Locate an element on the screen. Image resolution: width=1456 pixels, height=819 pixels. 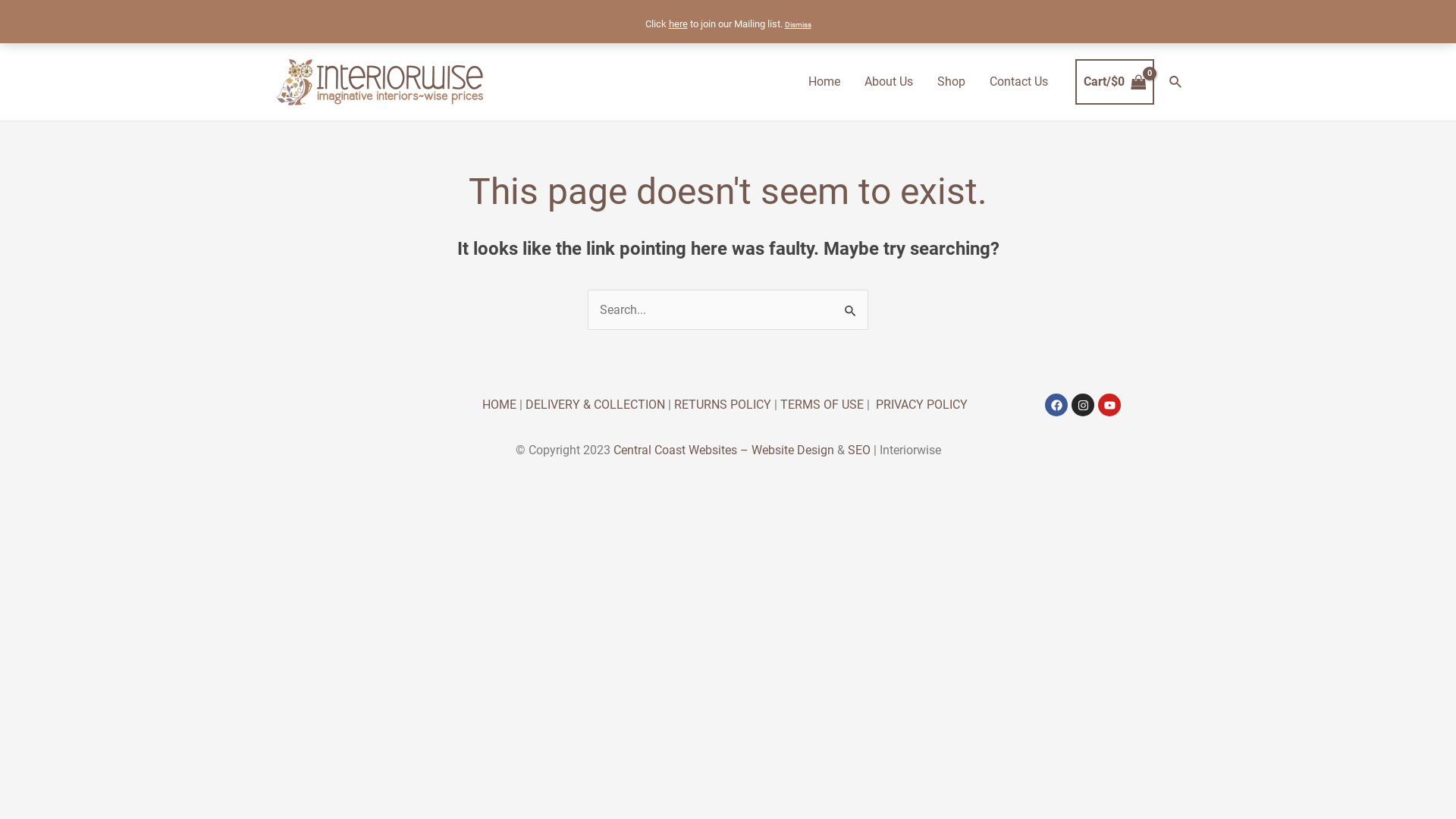
'Shop' is located at coordinates (924, 82).